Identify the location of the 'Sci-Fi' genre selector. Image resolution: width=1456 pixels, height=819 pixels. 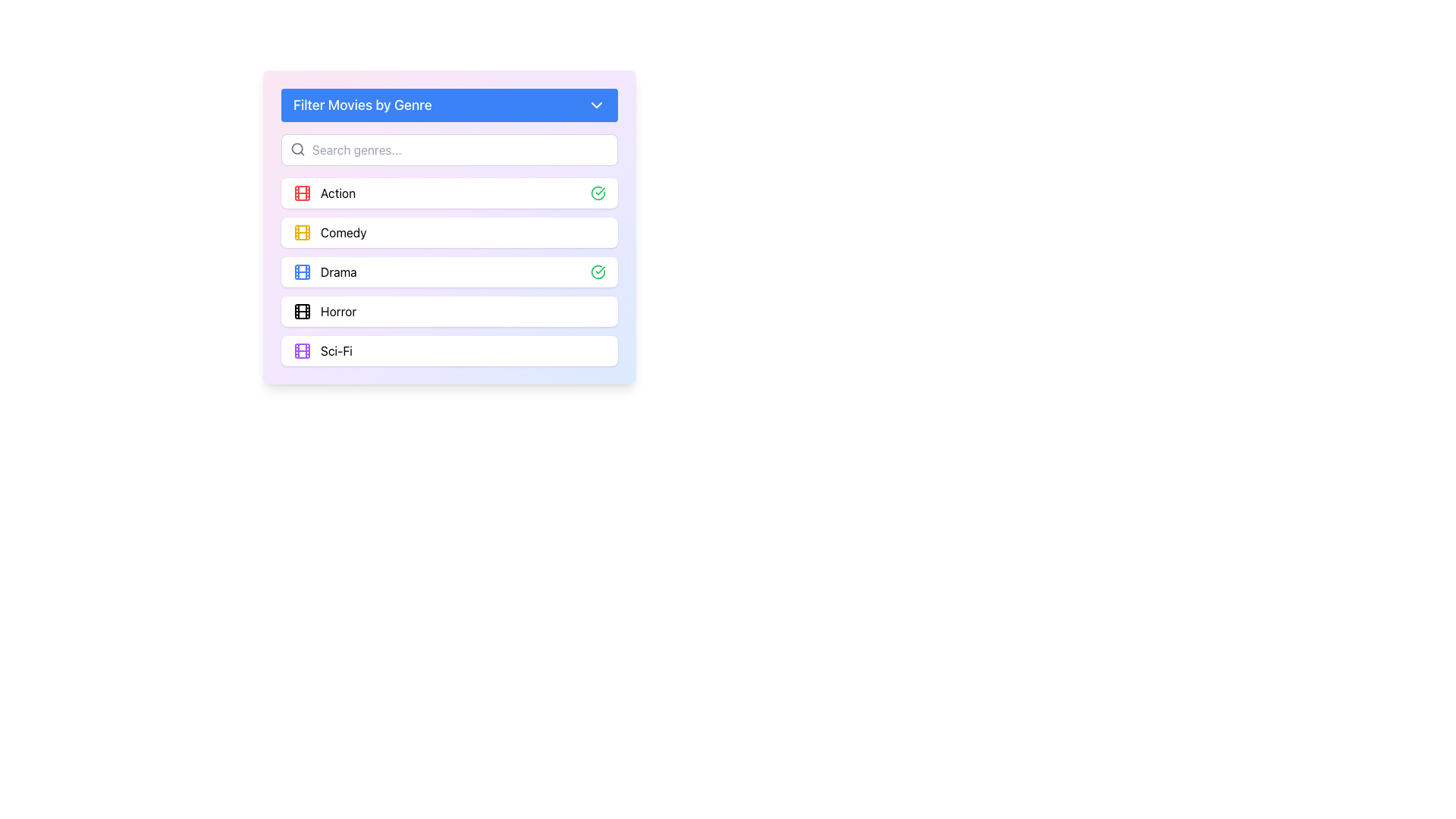
(322, 350).